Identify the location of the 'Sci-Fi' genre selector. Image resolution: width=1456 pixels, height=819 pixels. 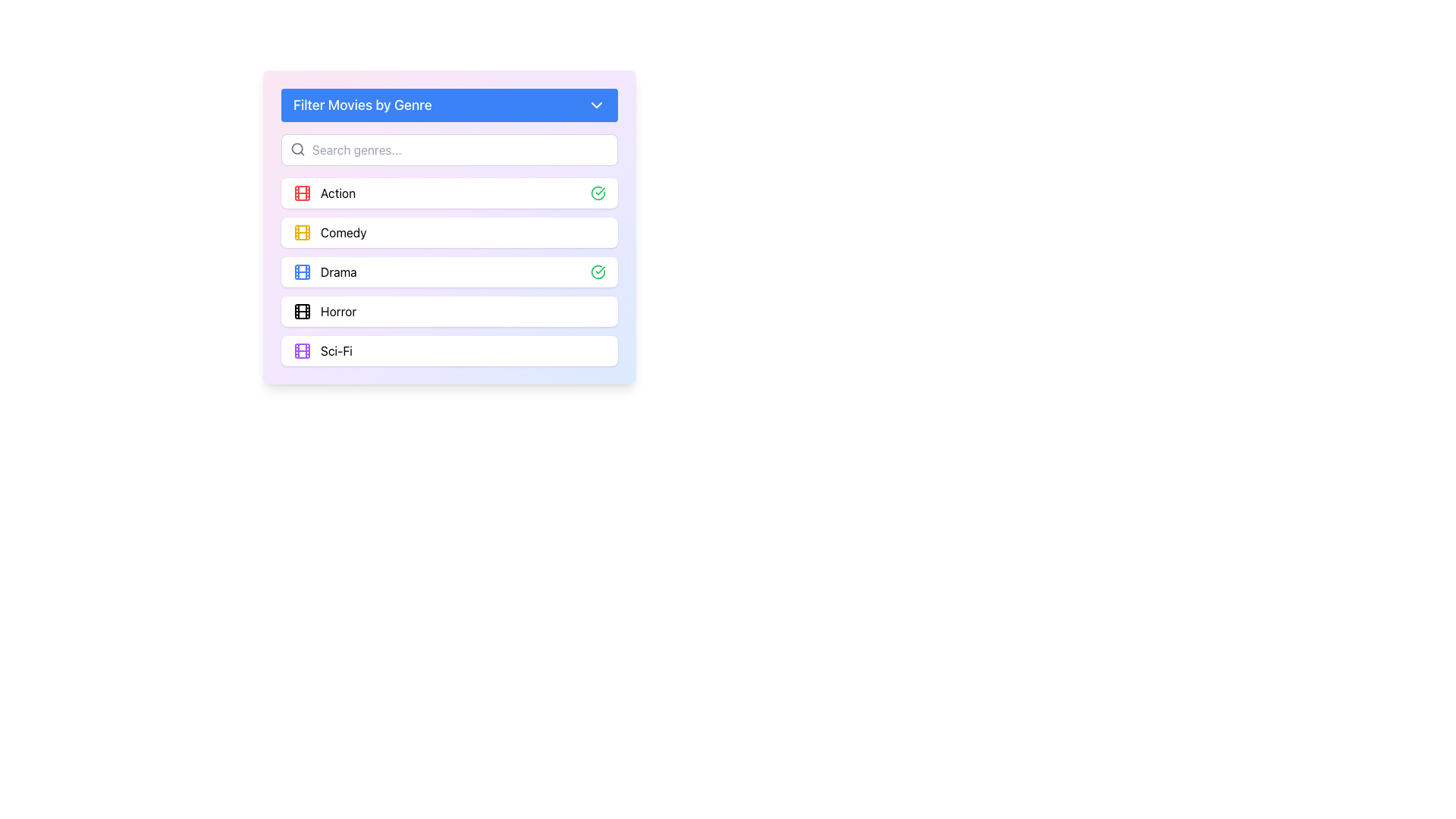
(322, 350).